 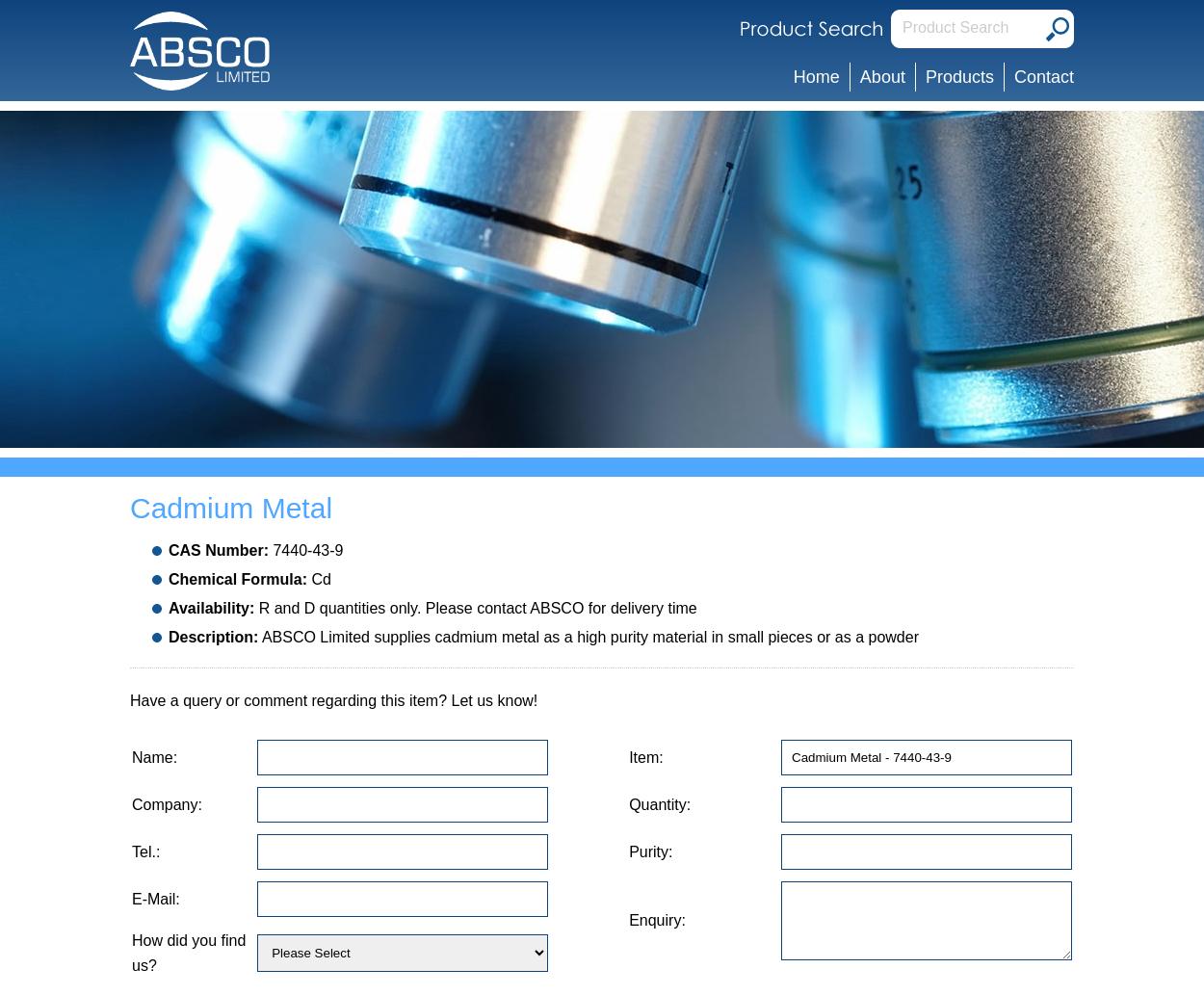 What do you see at coordinates (881, 76) in the screenshot?
I see `'About'` at bounding box center [881, 76].